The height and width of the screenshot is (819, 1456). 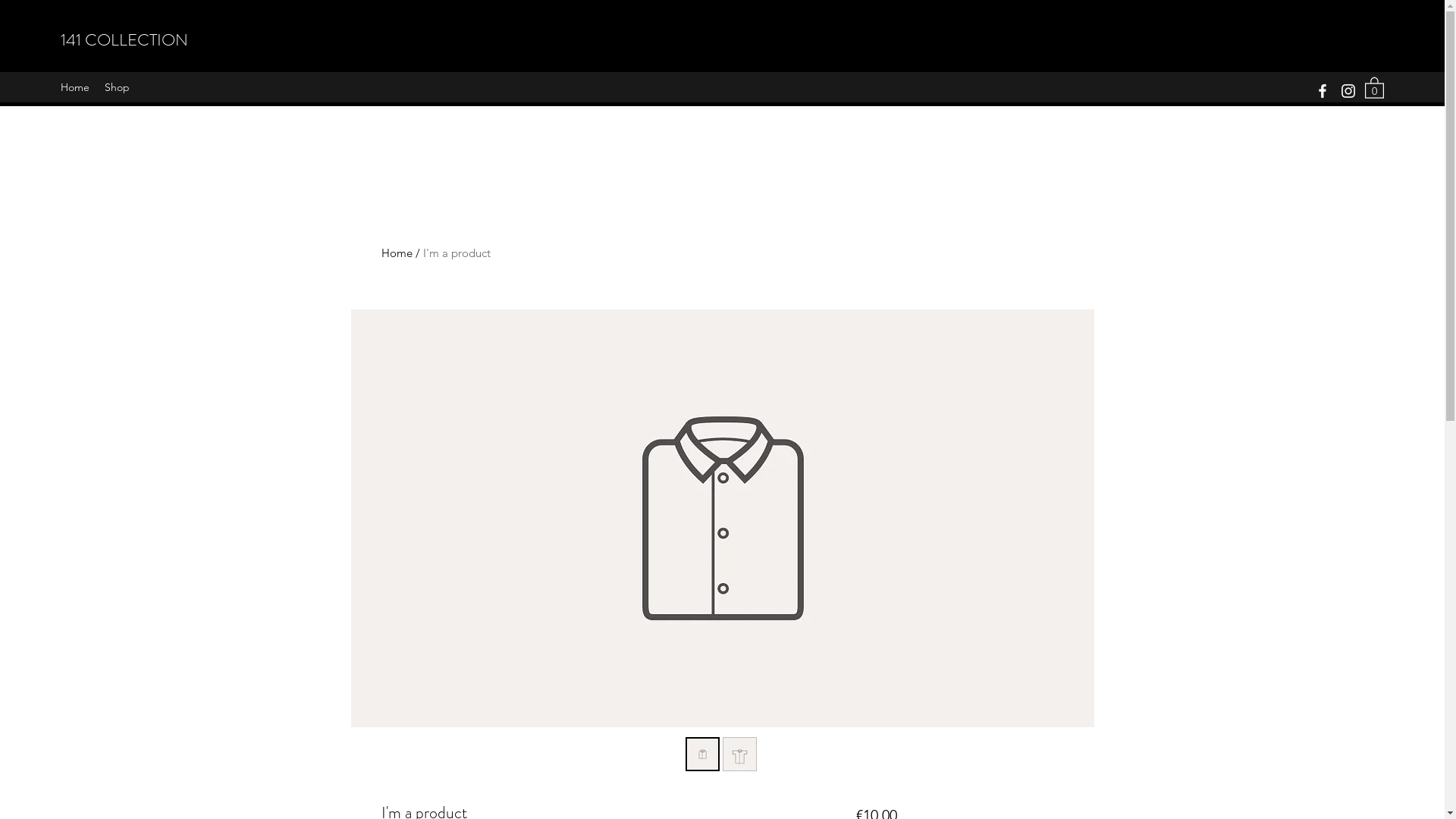 I want to click on '0', so click(x=1374, y=87).